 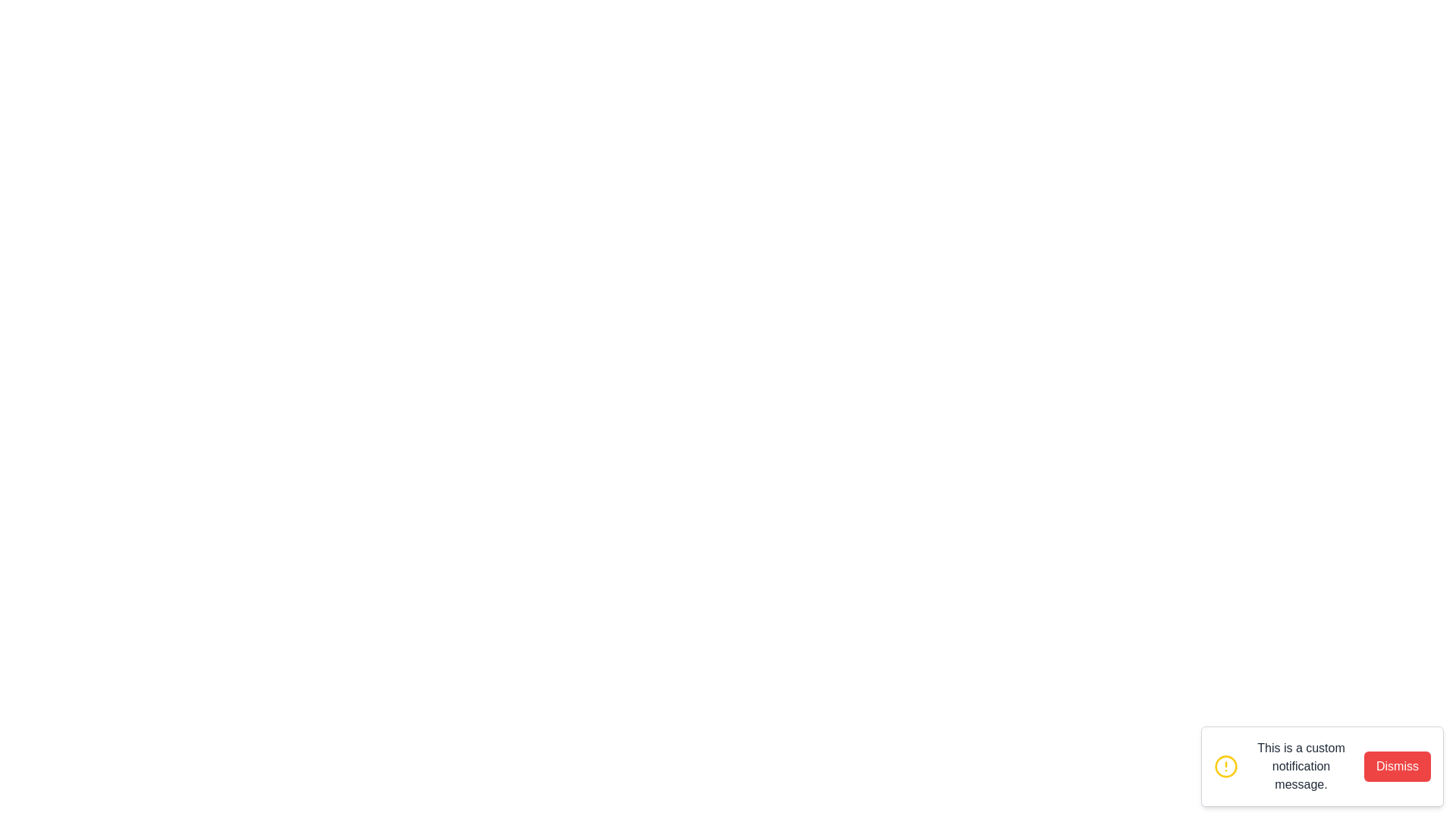 What do you see at coordinates (1301, 766) in the screenshot?
I see `the notification message text block that informs the user about a custom event or update within the application` at bounding box center [1301, 766].